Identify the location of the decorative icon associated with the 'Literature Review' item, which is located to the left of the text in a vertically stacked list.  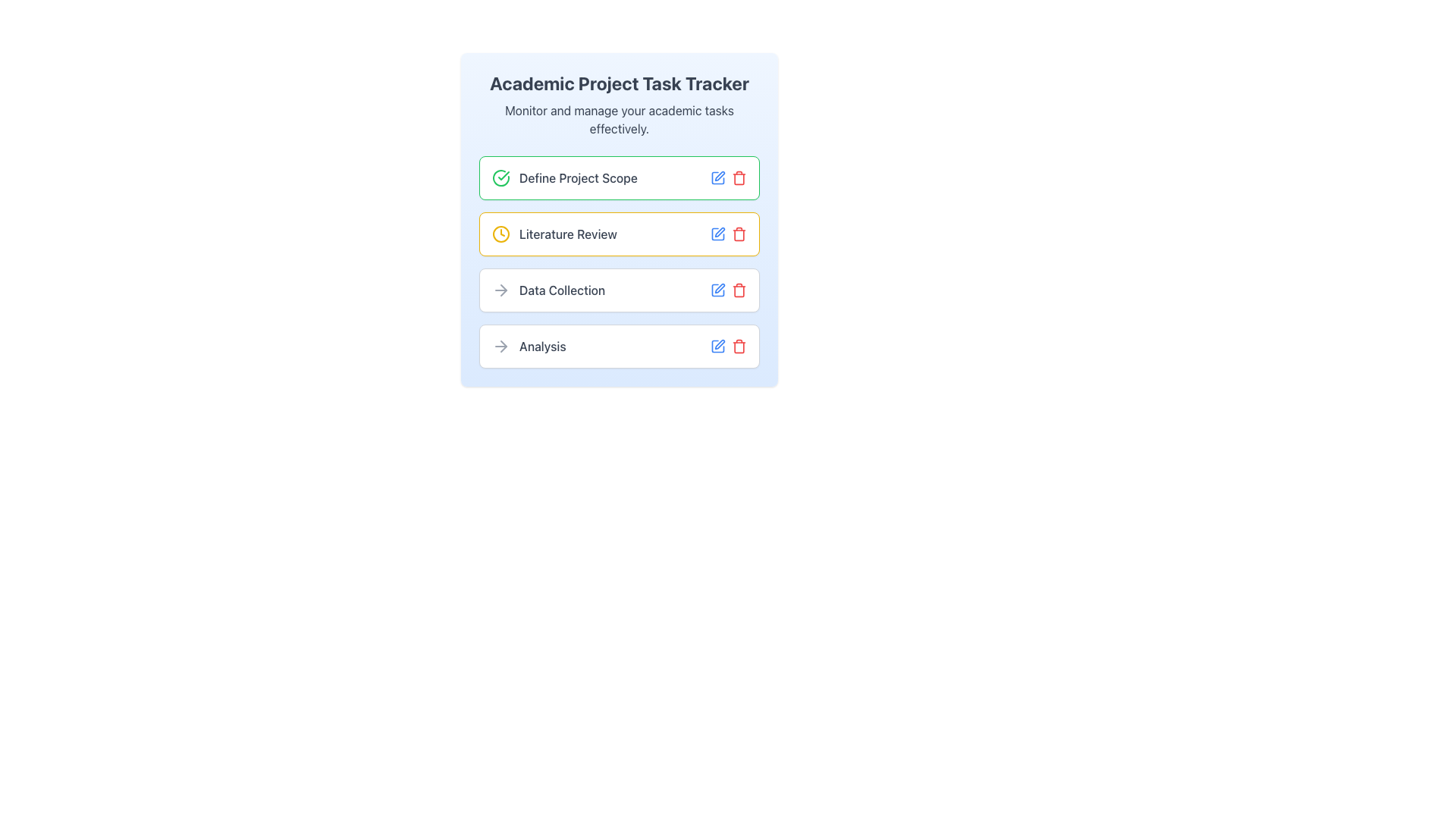
(501, 234).